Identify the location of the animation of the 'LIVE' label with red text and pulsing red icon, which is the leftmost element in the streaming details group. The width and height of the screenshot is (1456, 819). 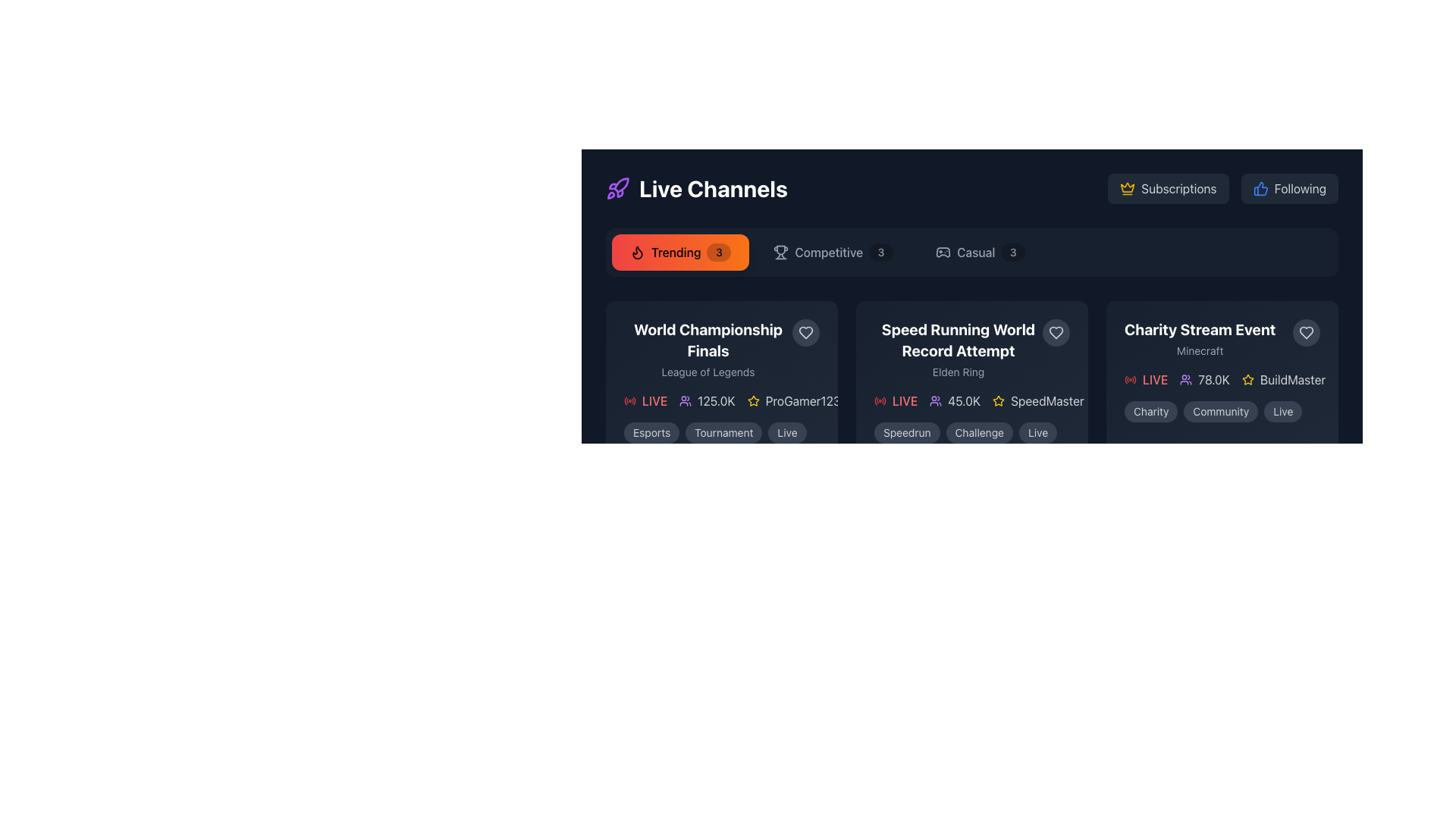
(645, 400).